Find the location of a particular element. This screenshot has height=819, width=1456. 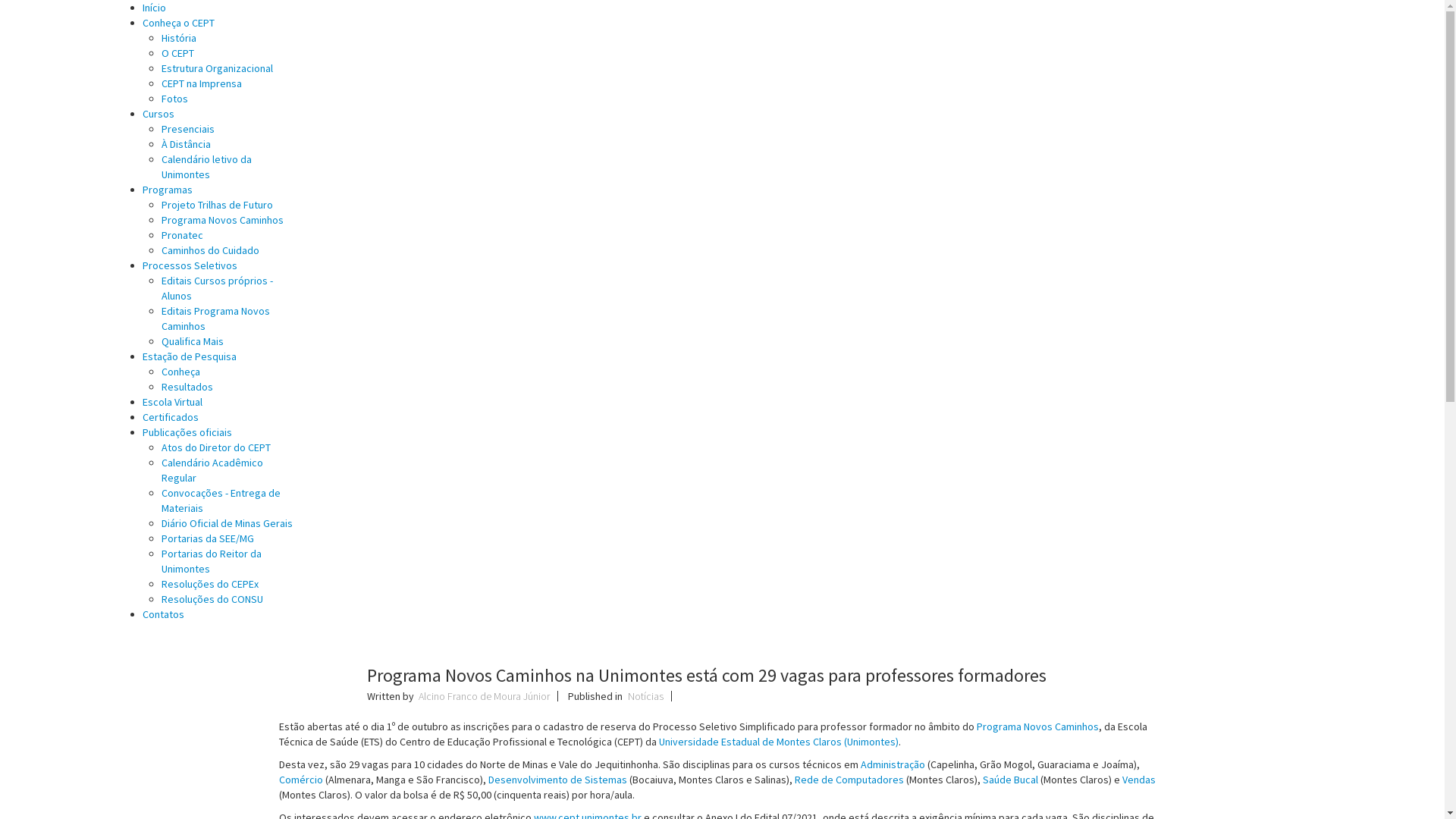

'Editais Programa Novos Caminhos' is located at coordinates (215, 318).